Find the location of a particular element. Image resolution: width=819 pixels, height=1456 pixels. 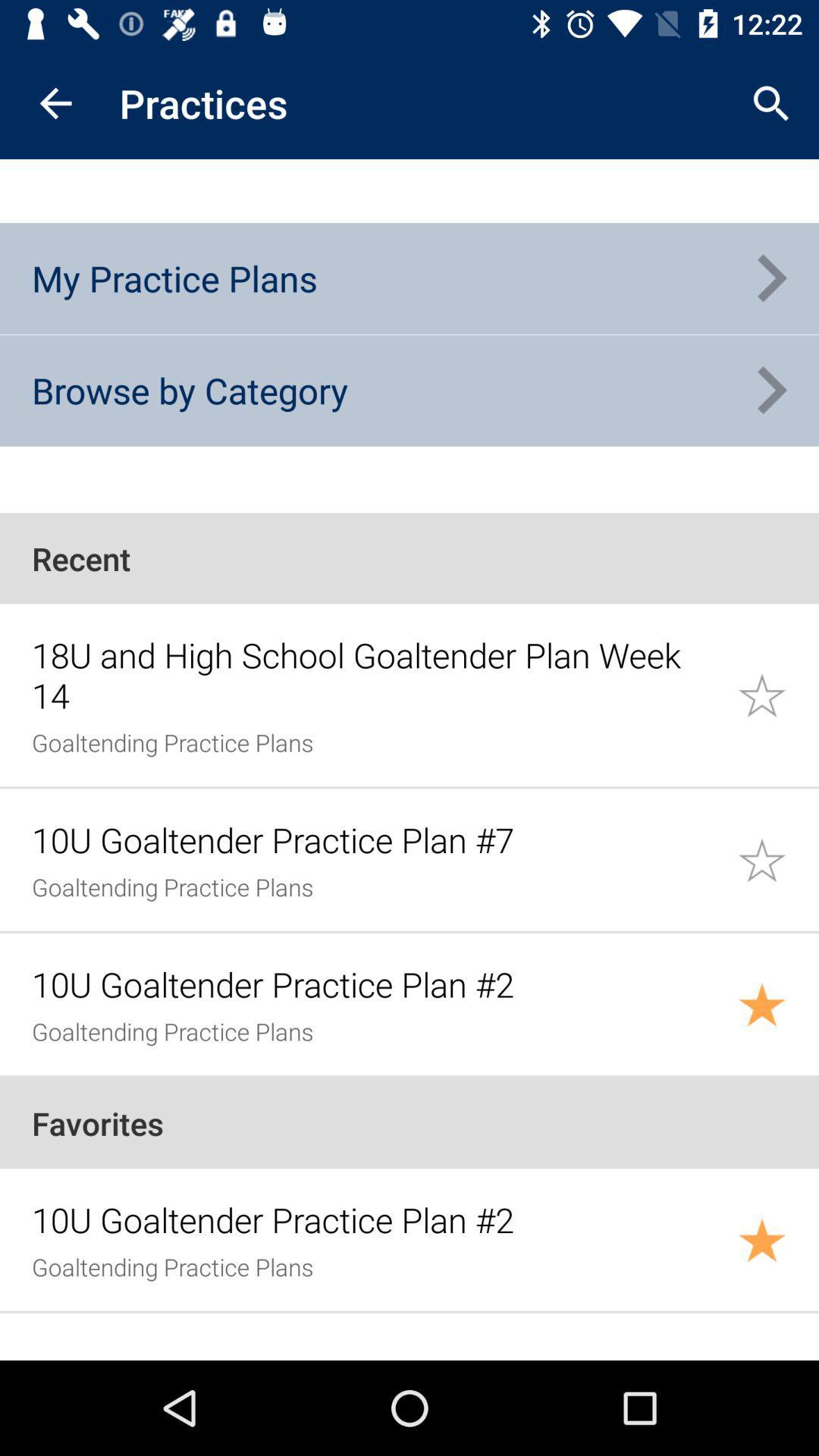

make plan a favorite is located at coordinates (778, 1240).